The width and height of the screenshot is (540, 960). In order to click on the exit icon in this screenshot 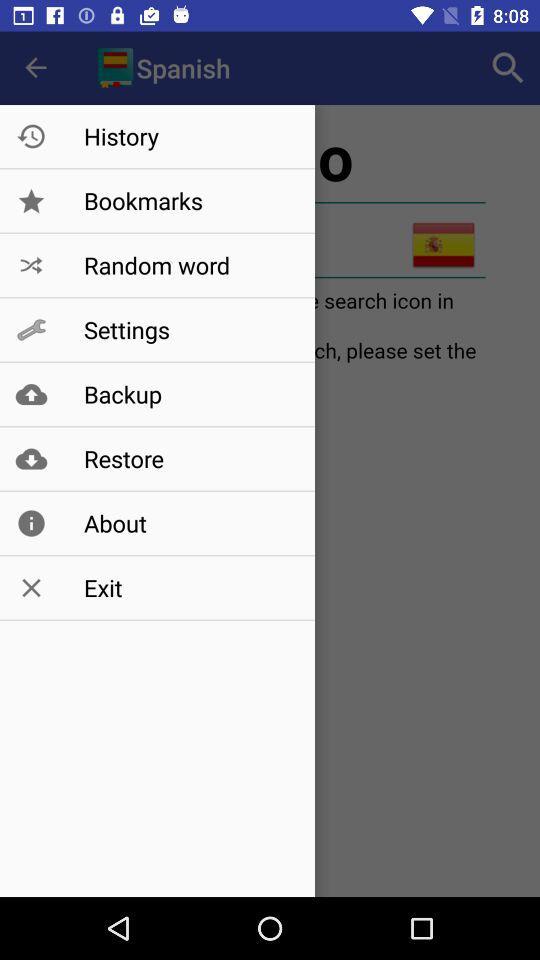, I will do `click(189, 588)`.